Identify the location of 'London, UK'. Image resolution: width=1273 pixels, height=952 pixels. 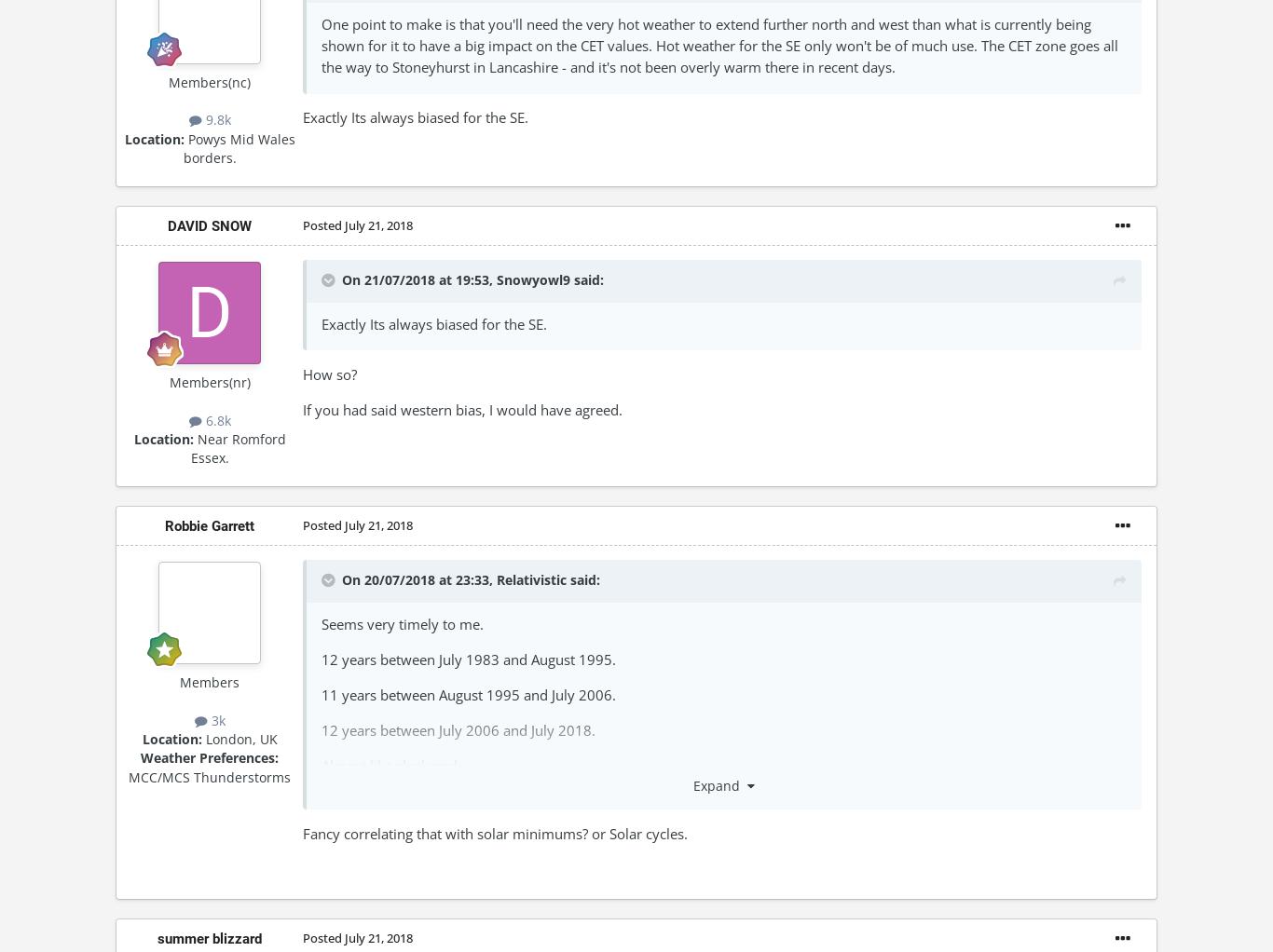
(199, 739).